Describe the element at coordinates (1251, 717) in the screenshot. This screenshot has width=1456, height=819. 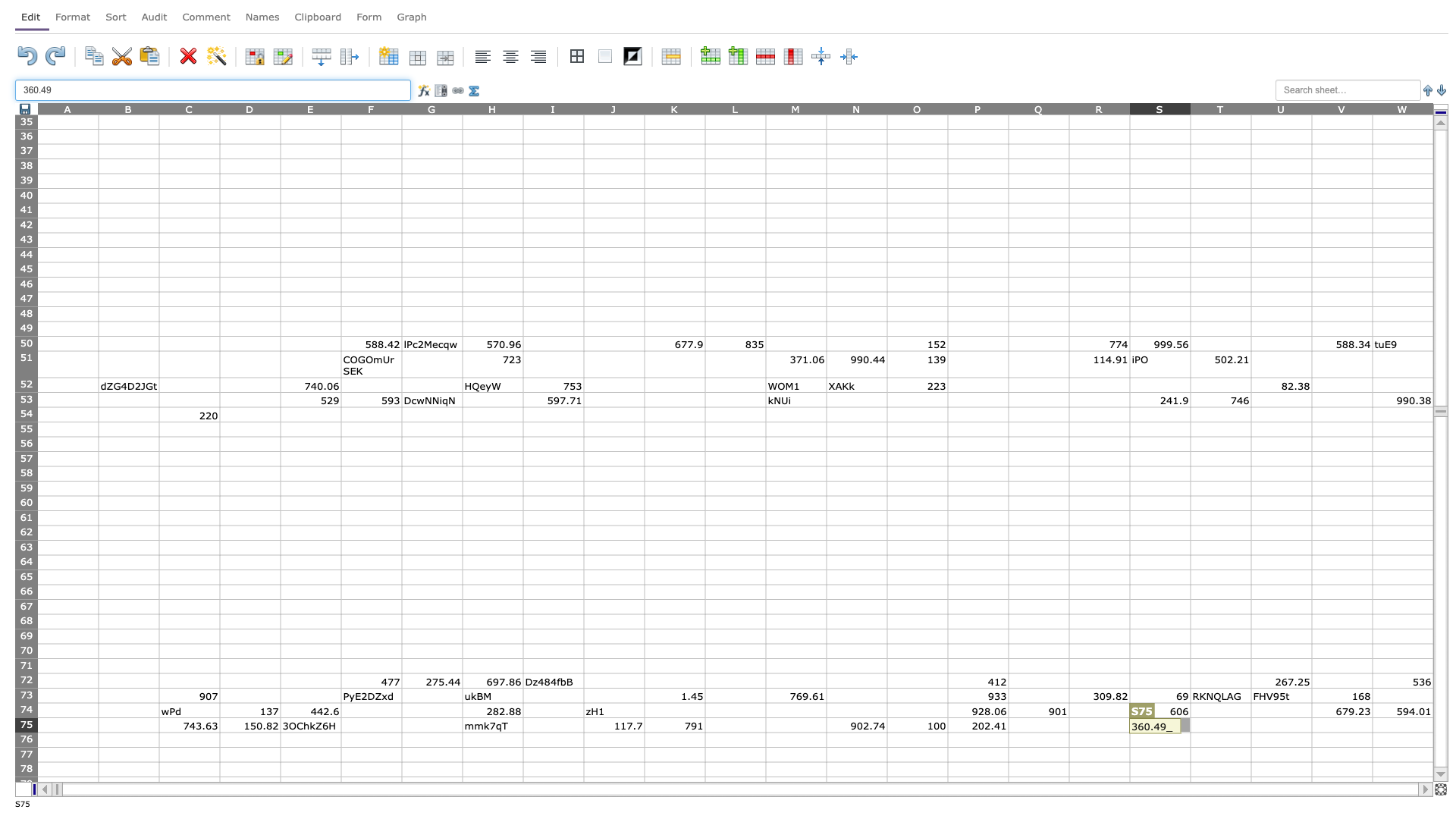
I see `Top left corner of cell U-75` at that location.